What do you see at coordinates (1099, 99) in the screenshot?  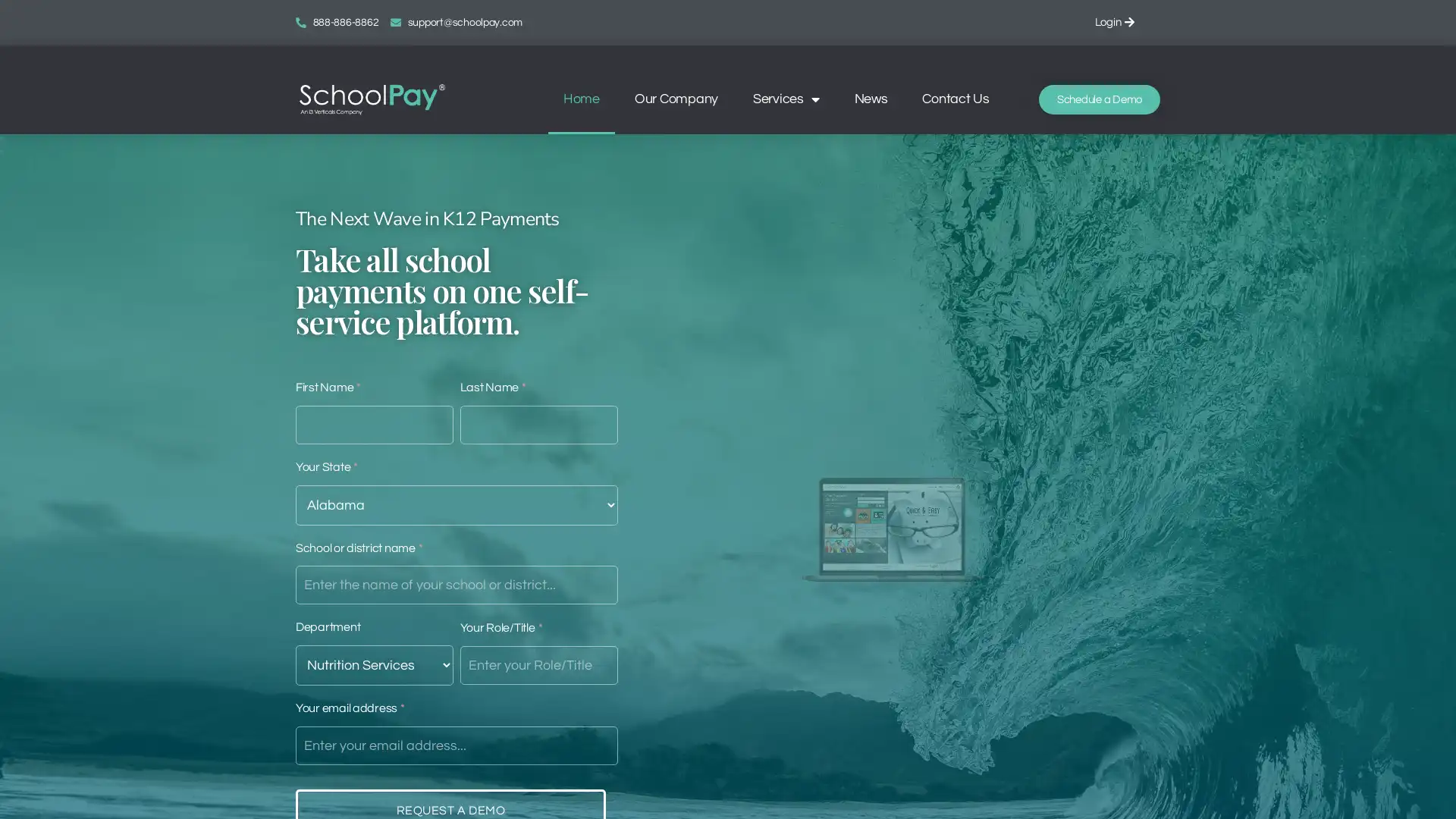 I see `Schedule a Demo` at bounding box center [1099, 99].